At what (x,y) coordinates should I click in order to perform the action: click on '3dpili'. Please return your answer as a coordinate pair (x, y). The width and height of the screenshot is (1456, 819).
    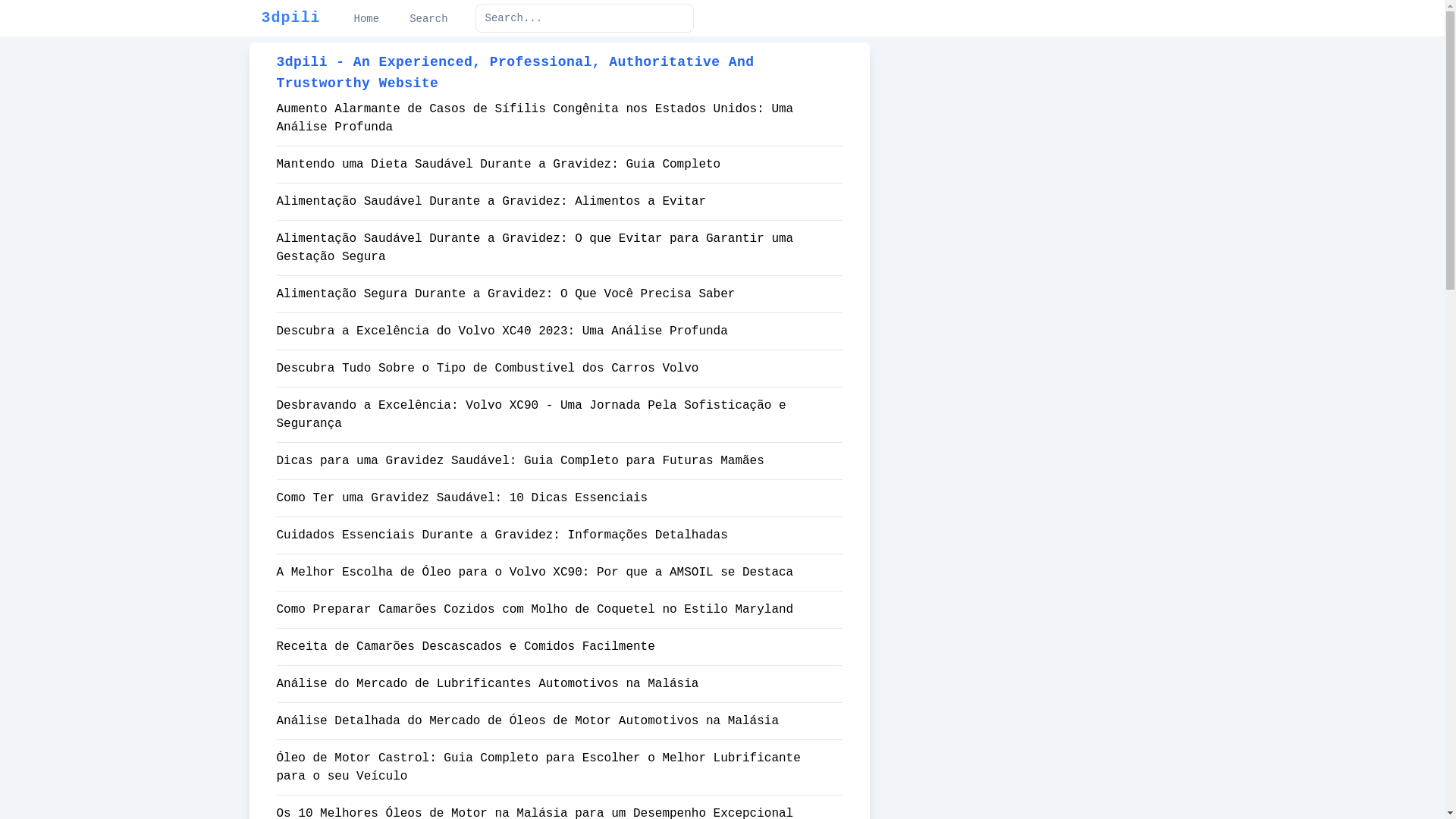
    Looking at the image, I should click on (290, 17).